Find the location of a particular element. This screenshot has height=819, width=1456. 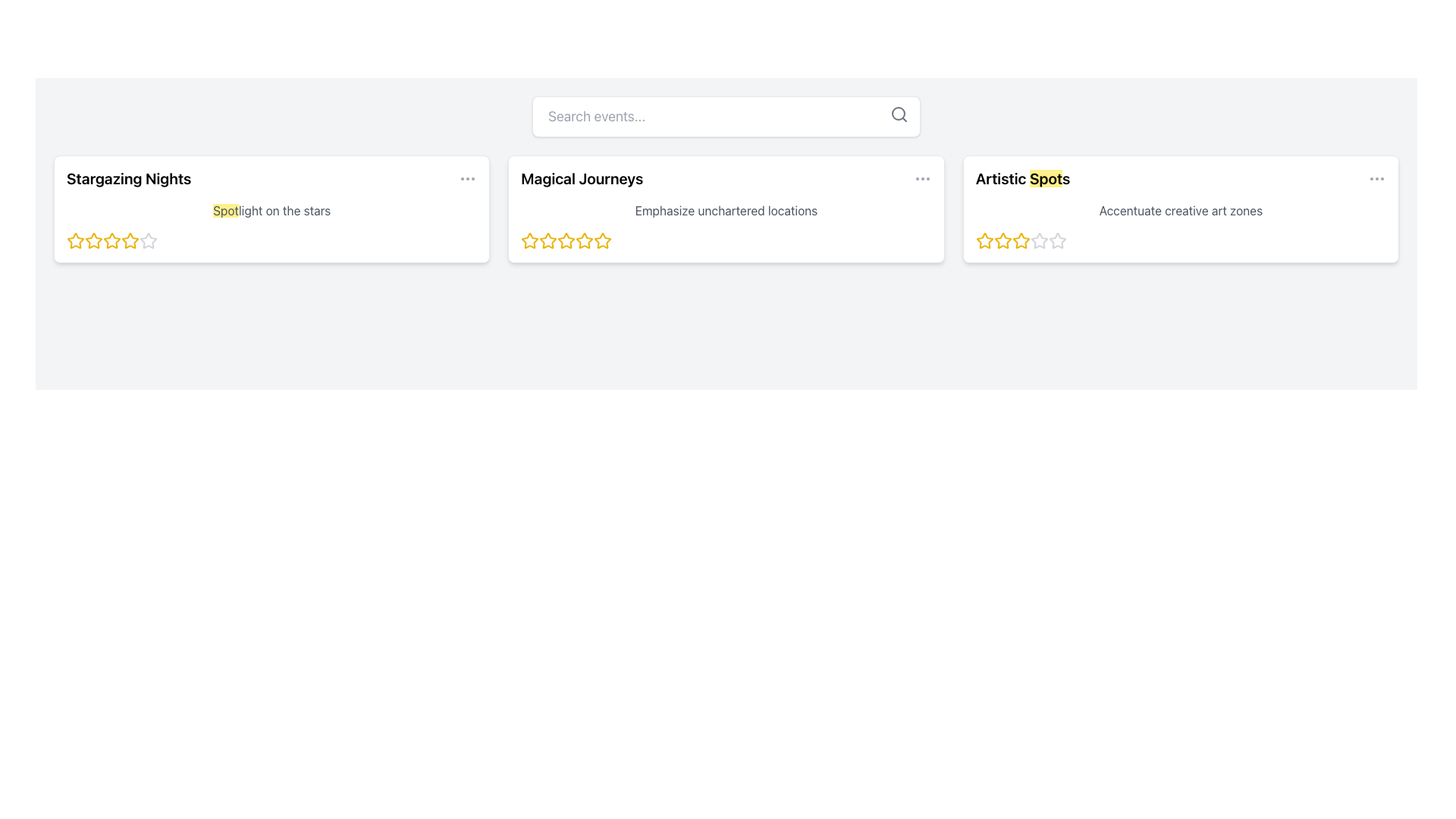

the third star icon in the group of five stars for rating in the 'Artistic Spots' section is located at coordinates (1003, 240).